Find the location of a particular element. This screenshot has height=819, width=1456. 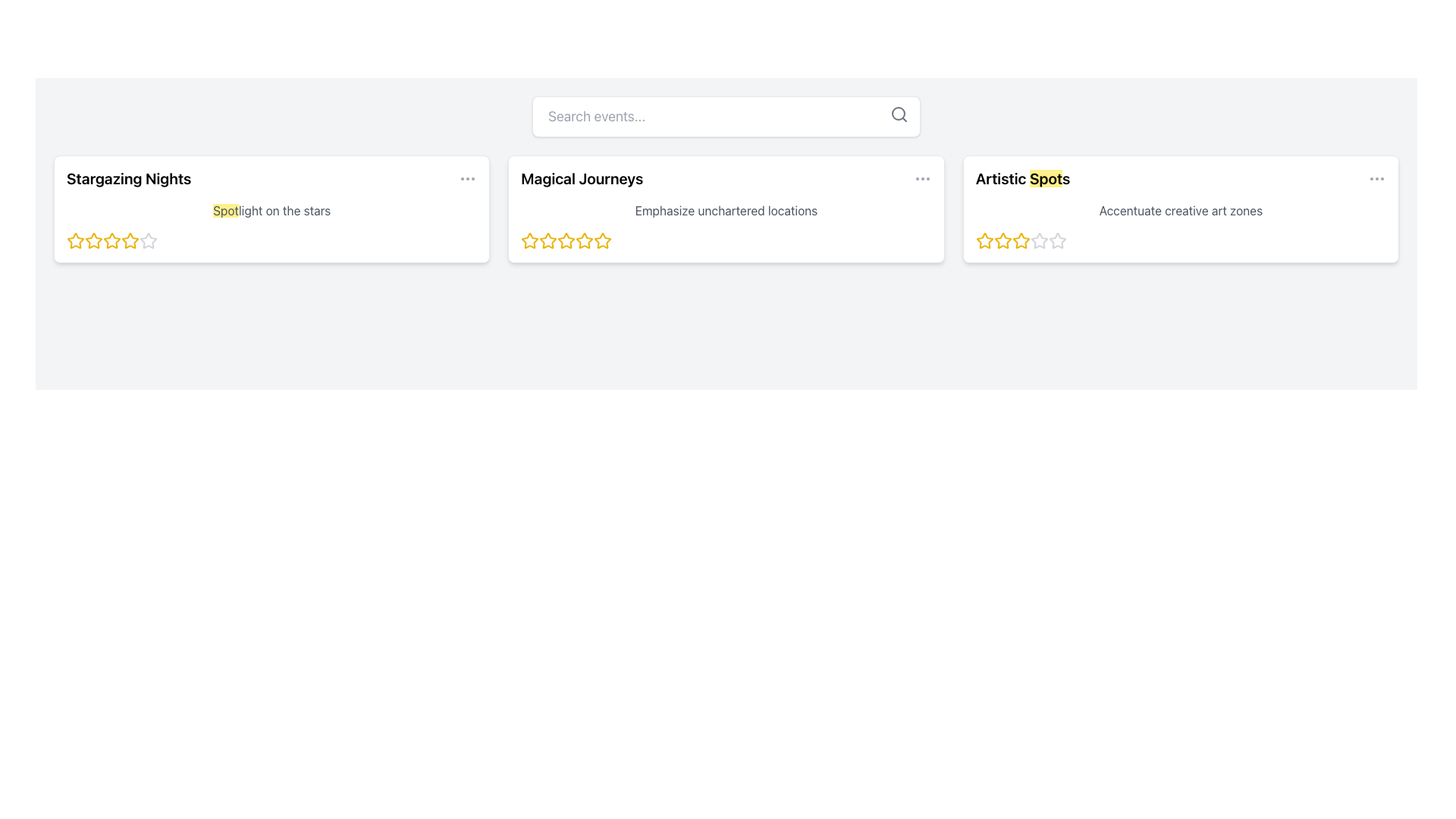

the third star icon in the group of five stars for rating in the 'Artistic Spots' section is located at coordinates (1003, 240).